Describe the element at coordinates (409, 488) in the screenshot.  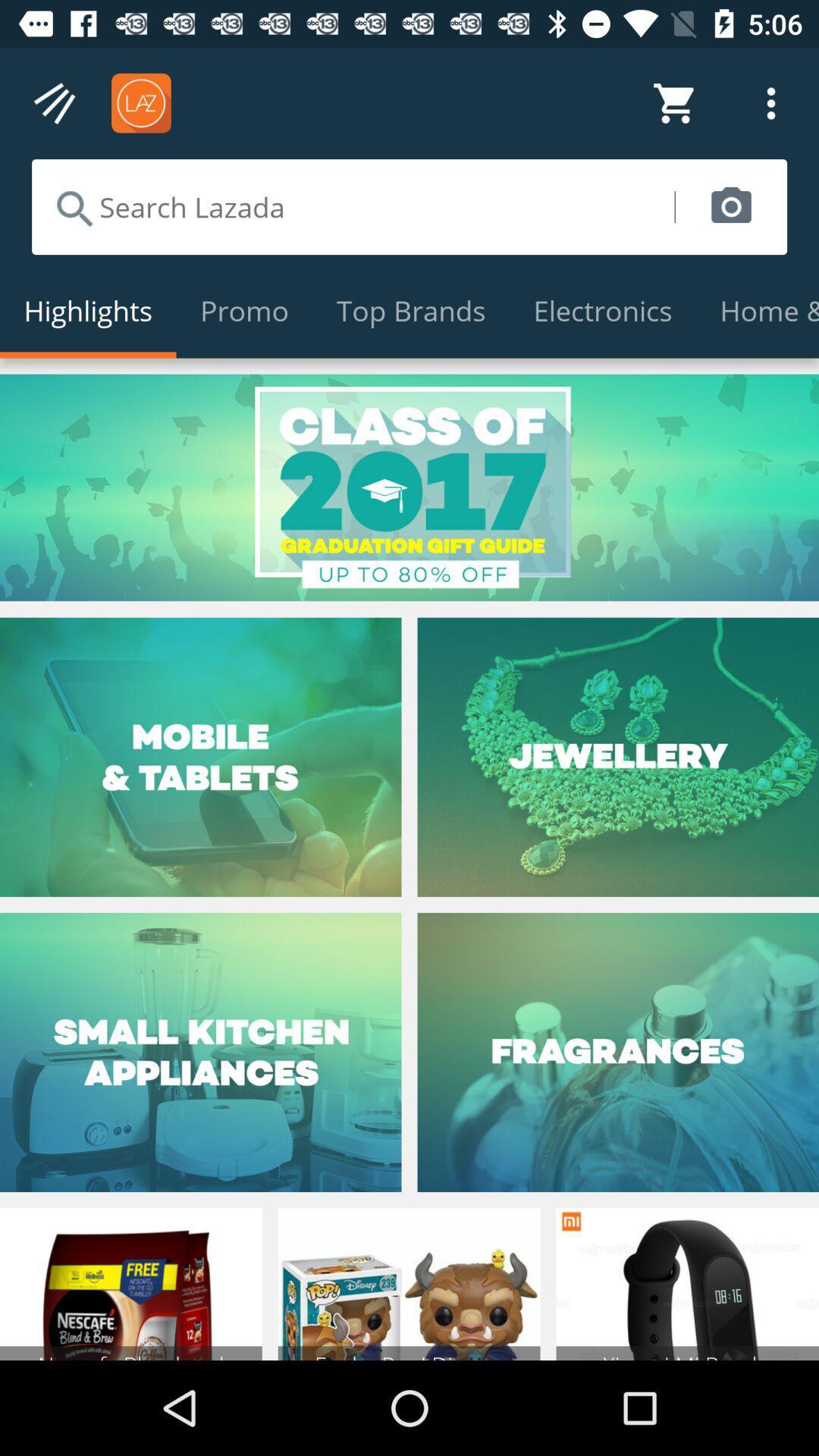
I see `promotion` at that location.